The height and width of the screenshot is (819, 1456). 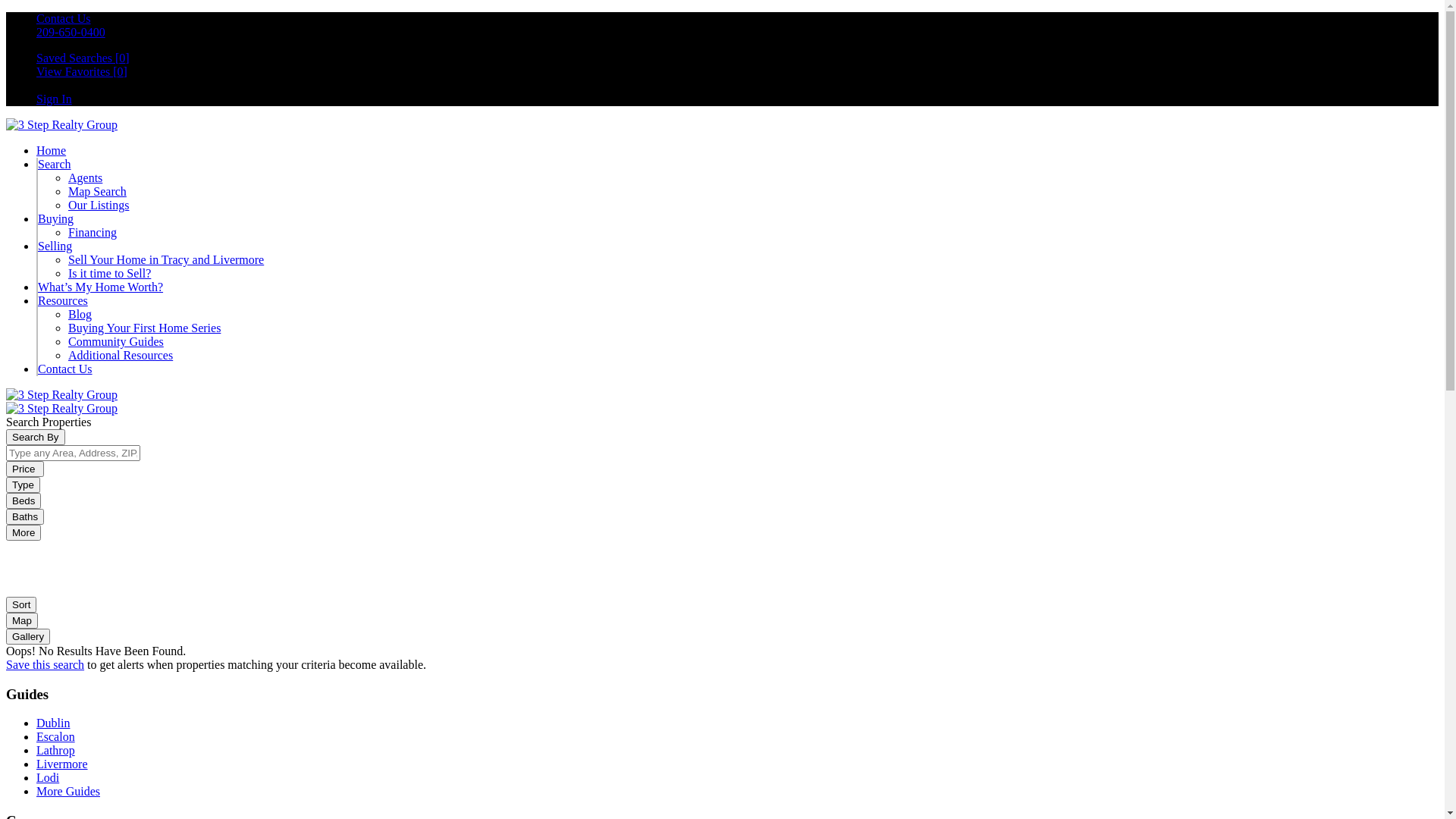 I want to click on 'Baths', so click(x=25, y=516).